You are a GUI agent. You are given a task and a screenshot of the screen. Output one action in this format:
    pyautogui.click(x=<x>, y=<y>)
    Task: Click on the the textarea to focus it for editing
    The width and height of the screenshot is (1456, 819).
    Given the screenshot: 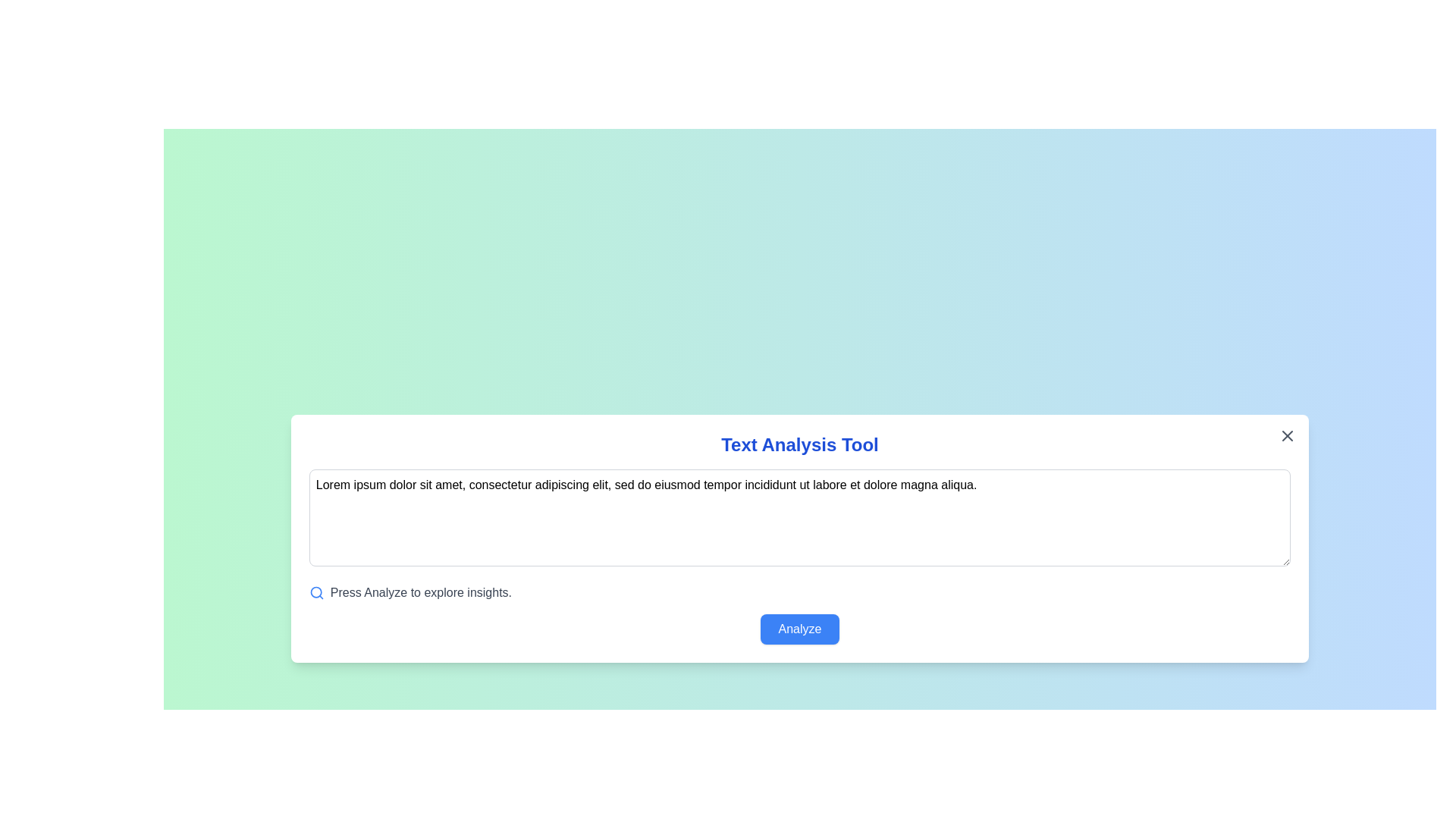 What is the action you would take?
    pyautogui.click(x=799, y=516)
    